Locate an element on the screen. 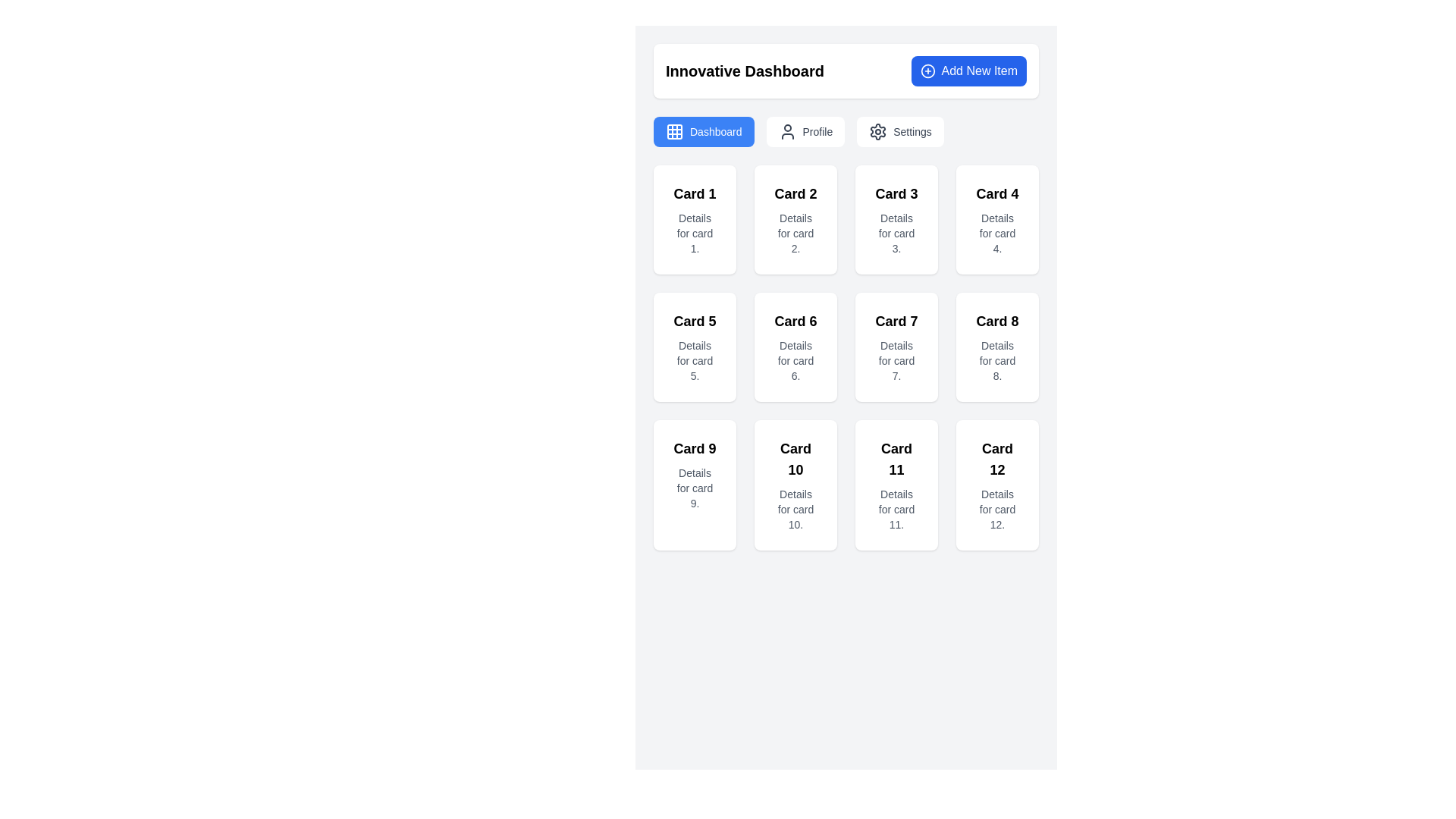 The height and width of the screenshot is (819, 1456). the 'Dashboard' text label within the blue rounded button in the top-left corner of the navigation menu is located at coordinates (715, 130).